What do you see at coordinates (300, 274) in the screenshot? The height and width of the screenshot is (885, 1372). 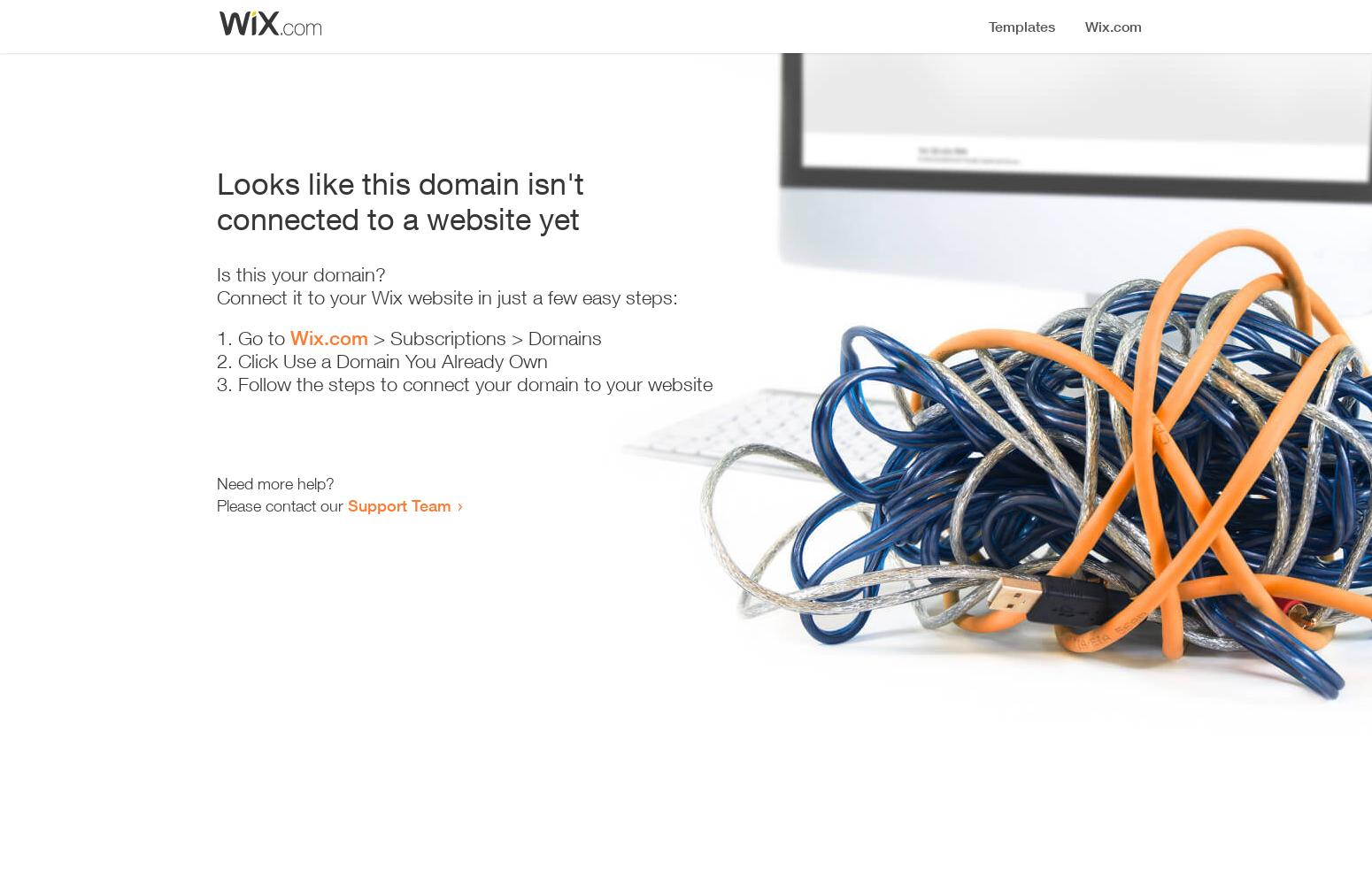 I see `'Is this your domain?'` at bounding box center [300, 274].